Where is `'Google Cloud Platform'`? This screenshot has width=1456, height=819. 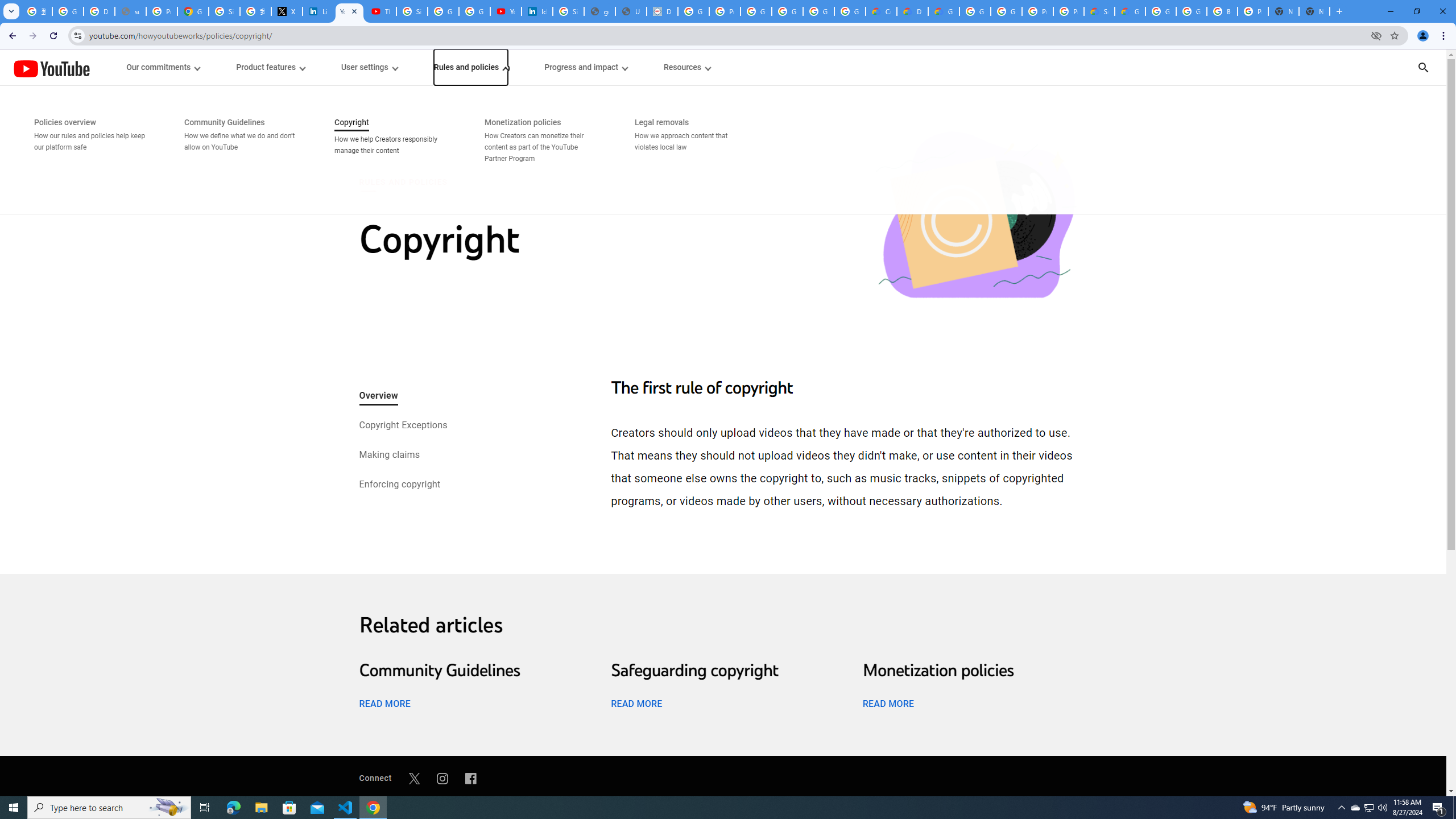
'Google Cloud Platform' is located at coordinates (1006, 11).